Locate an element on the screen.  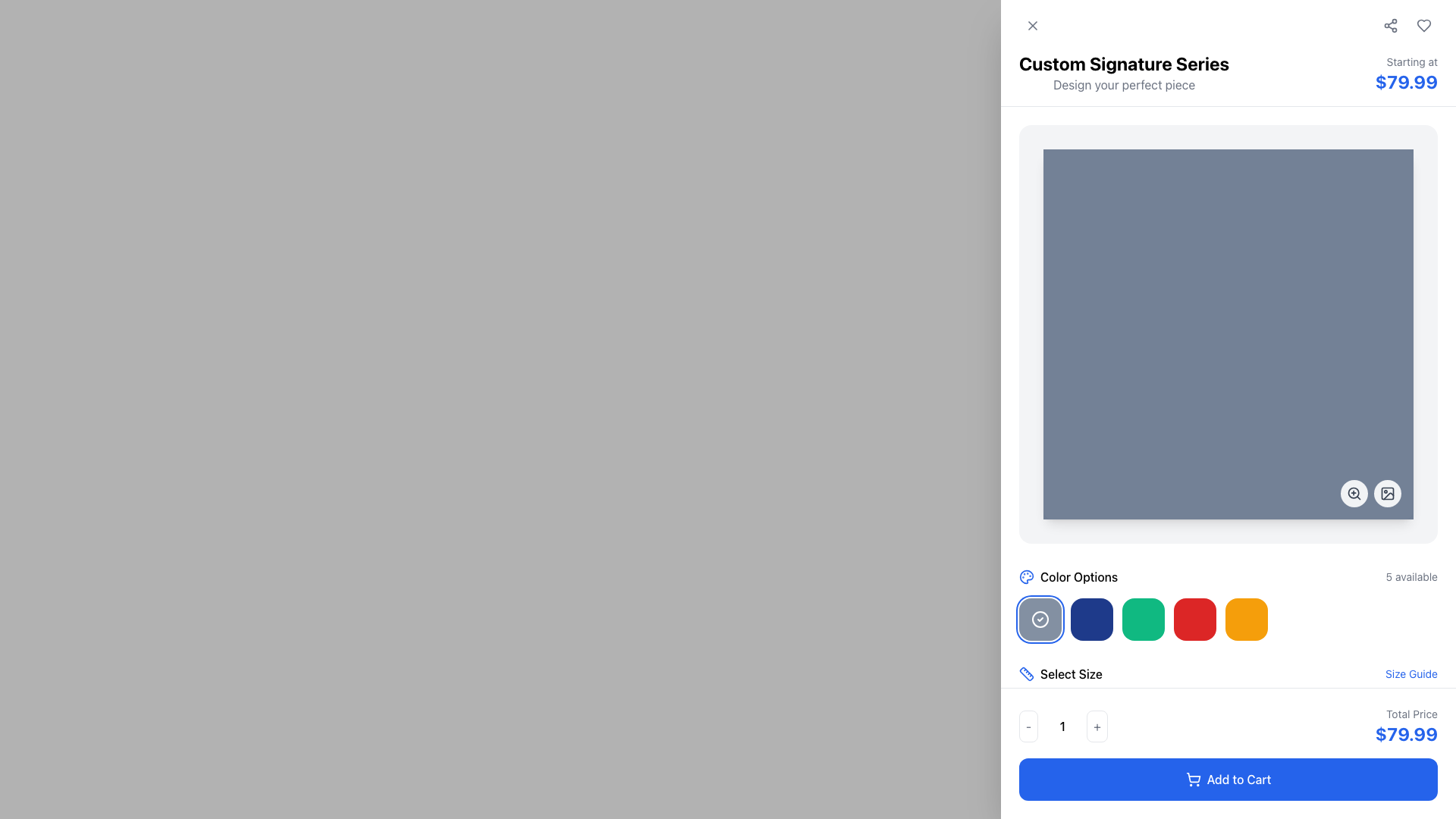
the 'Slate Gray' color selection button, which is a square with rounded corners and a check icon in white, located below the product image is located at coordinates (1040, 620).